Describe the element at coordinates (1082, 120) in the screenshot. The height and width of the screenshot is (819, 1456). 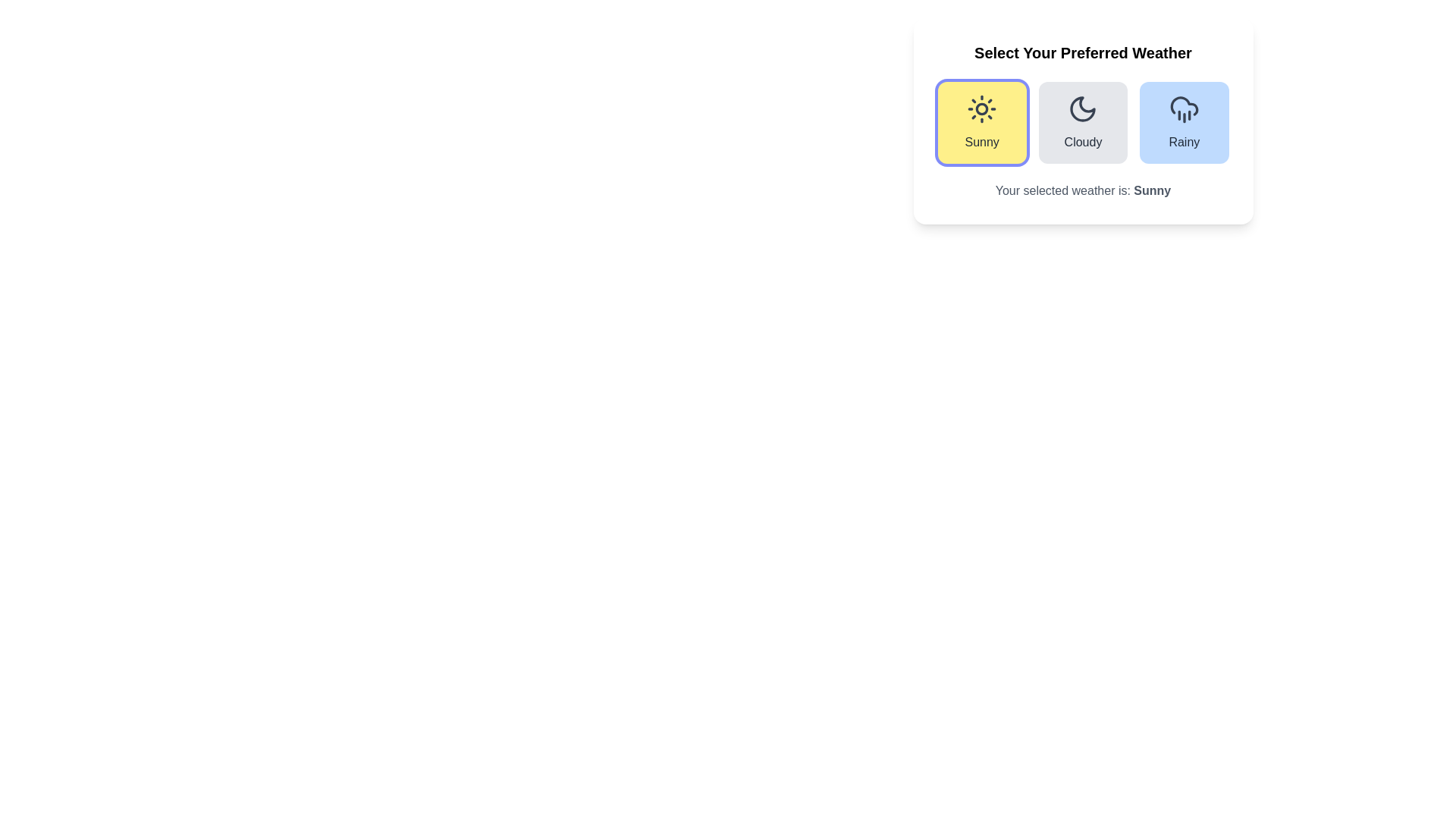
I see `the middle weather option card labeled 'Cloudy', which has a light grey background and a crescent moon icon at the top` at that location.